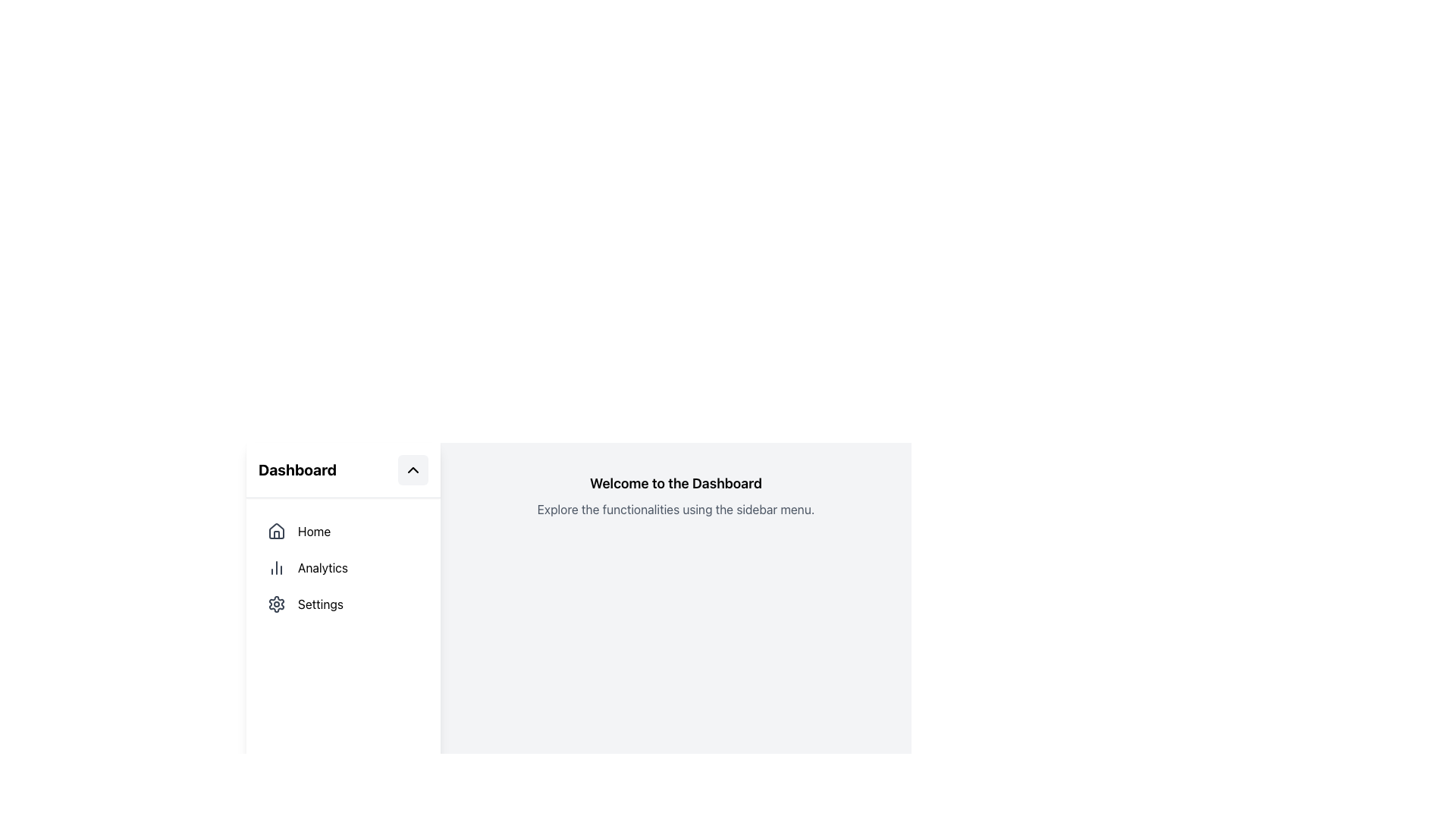  Describe the element at coordinates (342, 531) in the screenshot. I see `the 'Home' menu item in the left sidebar` at that location.